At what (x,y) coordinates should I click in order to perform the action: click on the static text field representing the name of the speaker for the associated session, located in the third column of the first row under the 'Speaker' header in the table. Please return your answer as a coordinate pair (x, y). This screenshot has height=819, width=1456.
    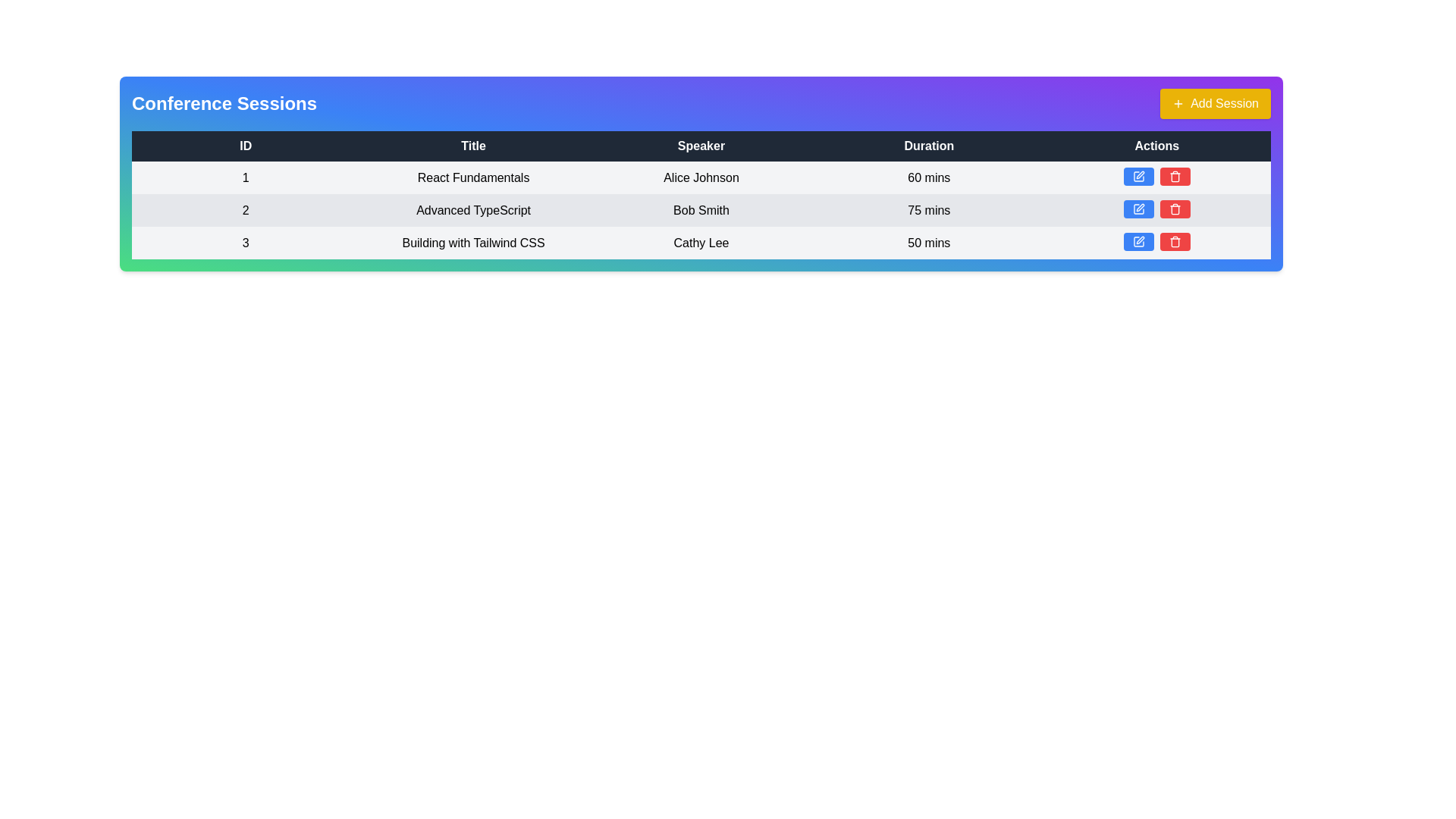
    Looking at the image, I should click on (701, 177).